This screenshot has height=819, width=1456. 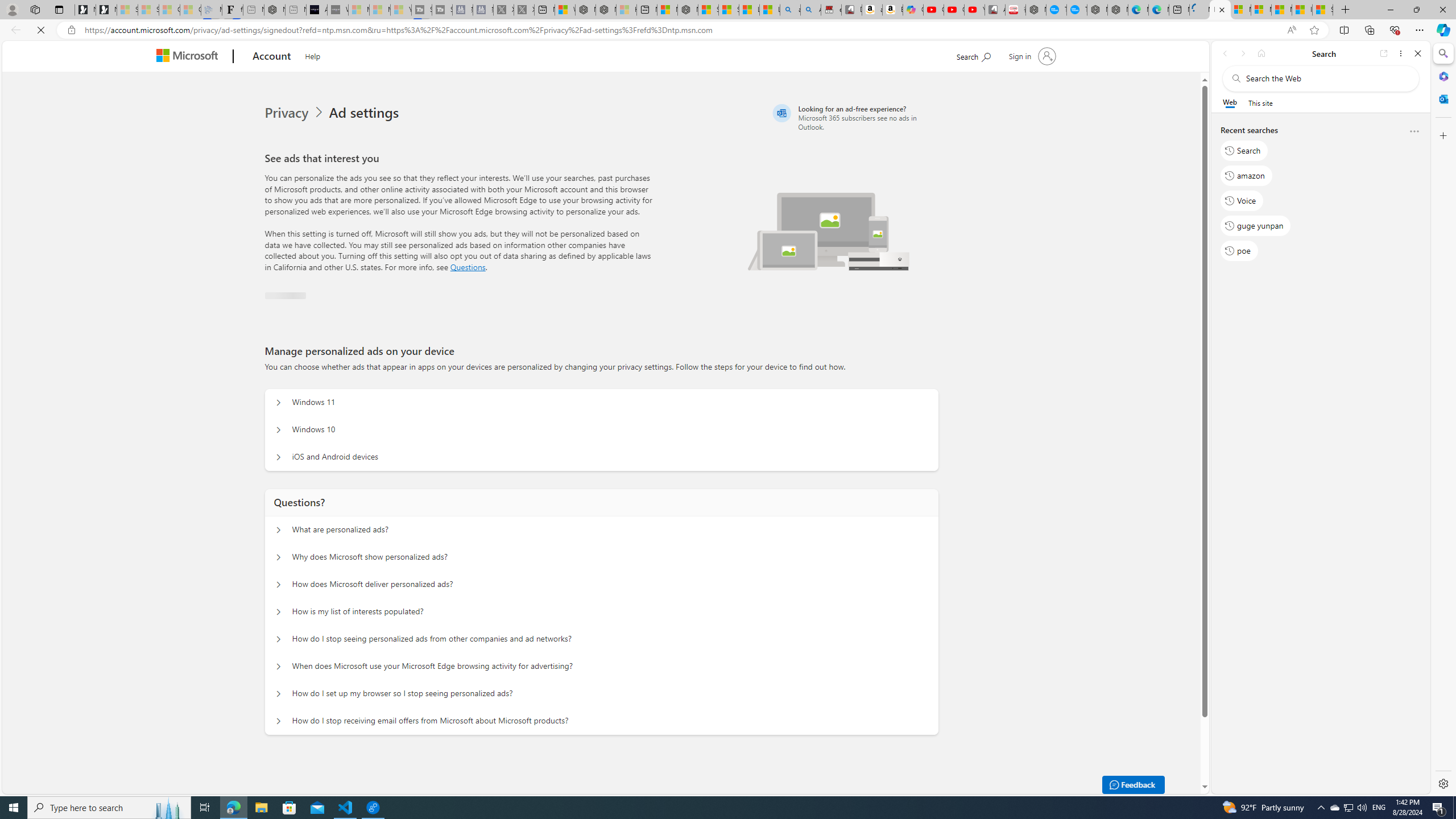 I want to click on 'amazon', so click(x=1246, y=175).